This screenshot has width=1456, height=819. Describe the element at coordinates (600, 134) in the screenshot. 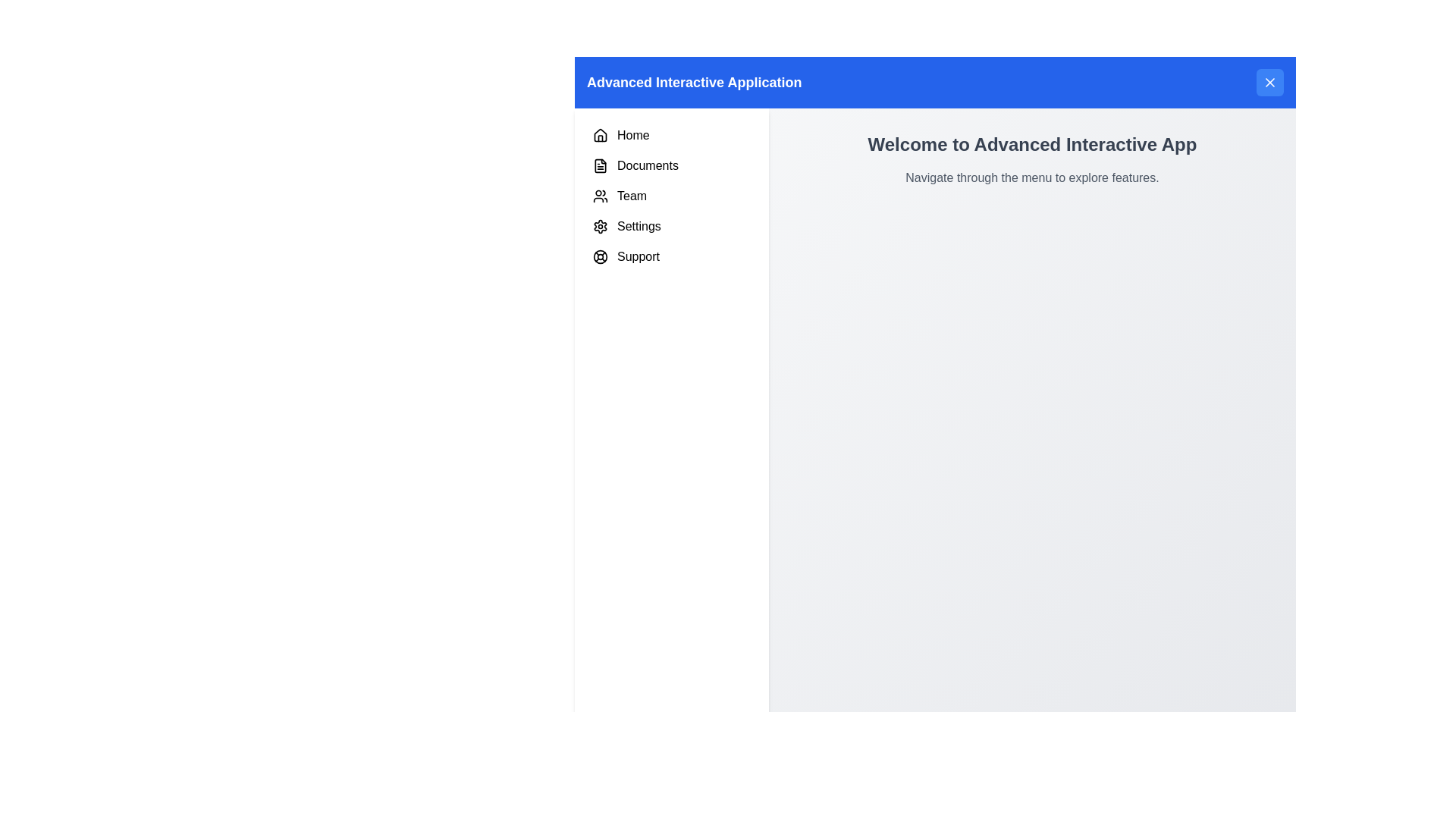

I see `the 'Home' navigation icon located in the sidebar menu, which is the first icon next to the text label 'Home'` at that location.